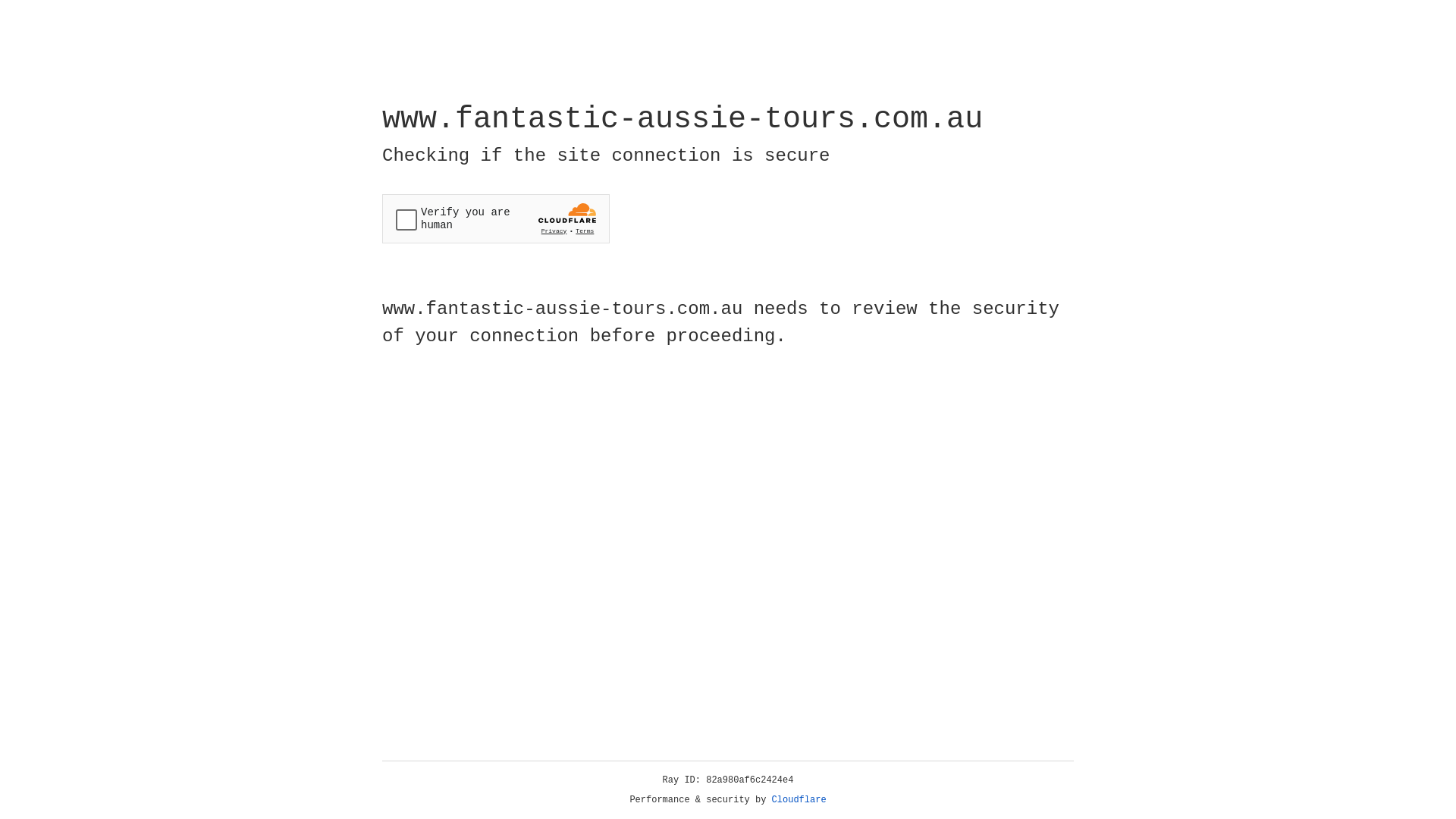 The width and height of the screenshot is (1456, 819). What do you see at coordinates (799, 799) in the screenshot?
I see `'Cloudflare'` at bounding box center [799, 799].